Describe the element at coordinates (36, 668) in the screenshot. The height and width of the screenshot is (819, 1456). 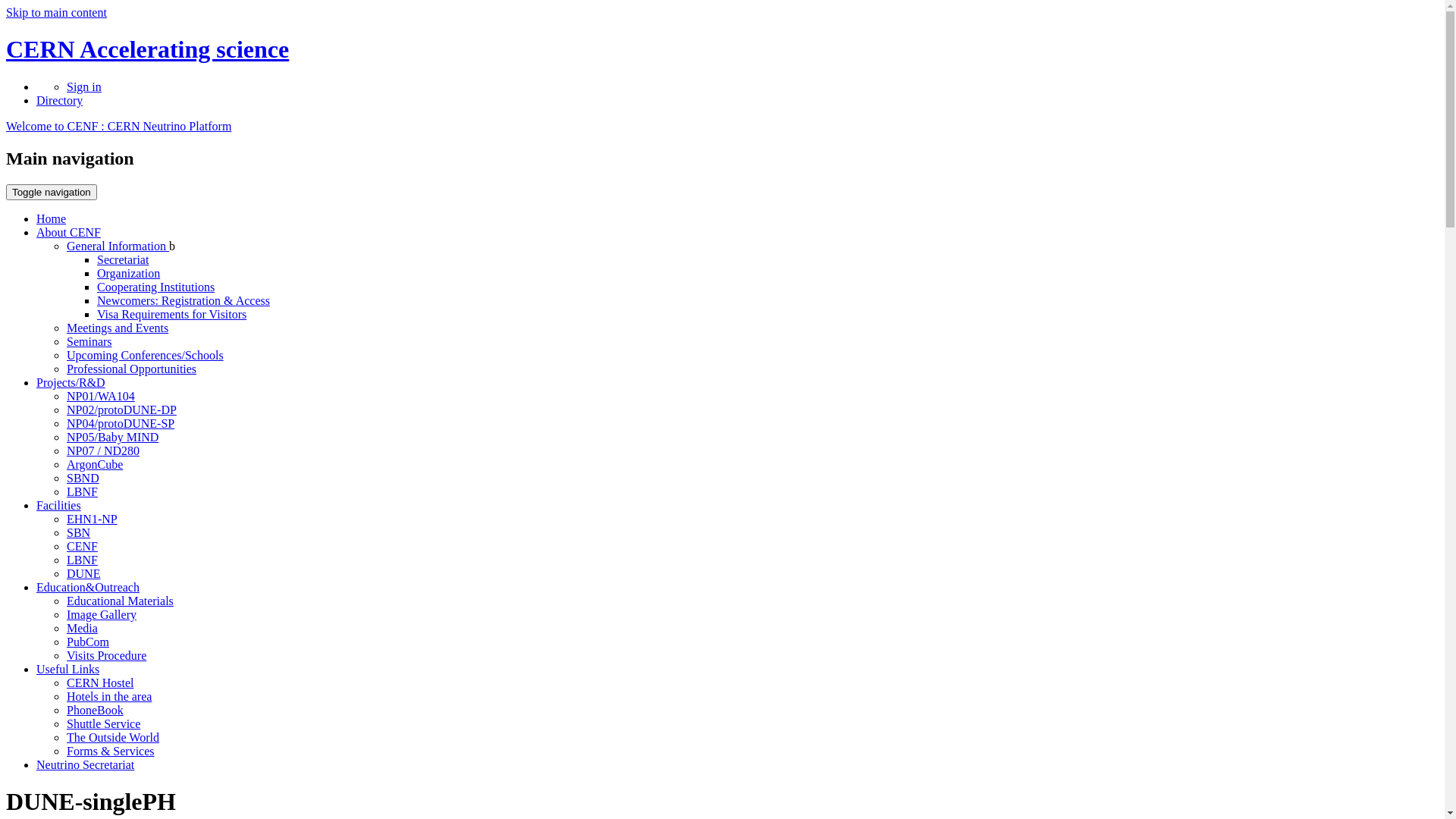
I see `'Useful Links'` at that location.